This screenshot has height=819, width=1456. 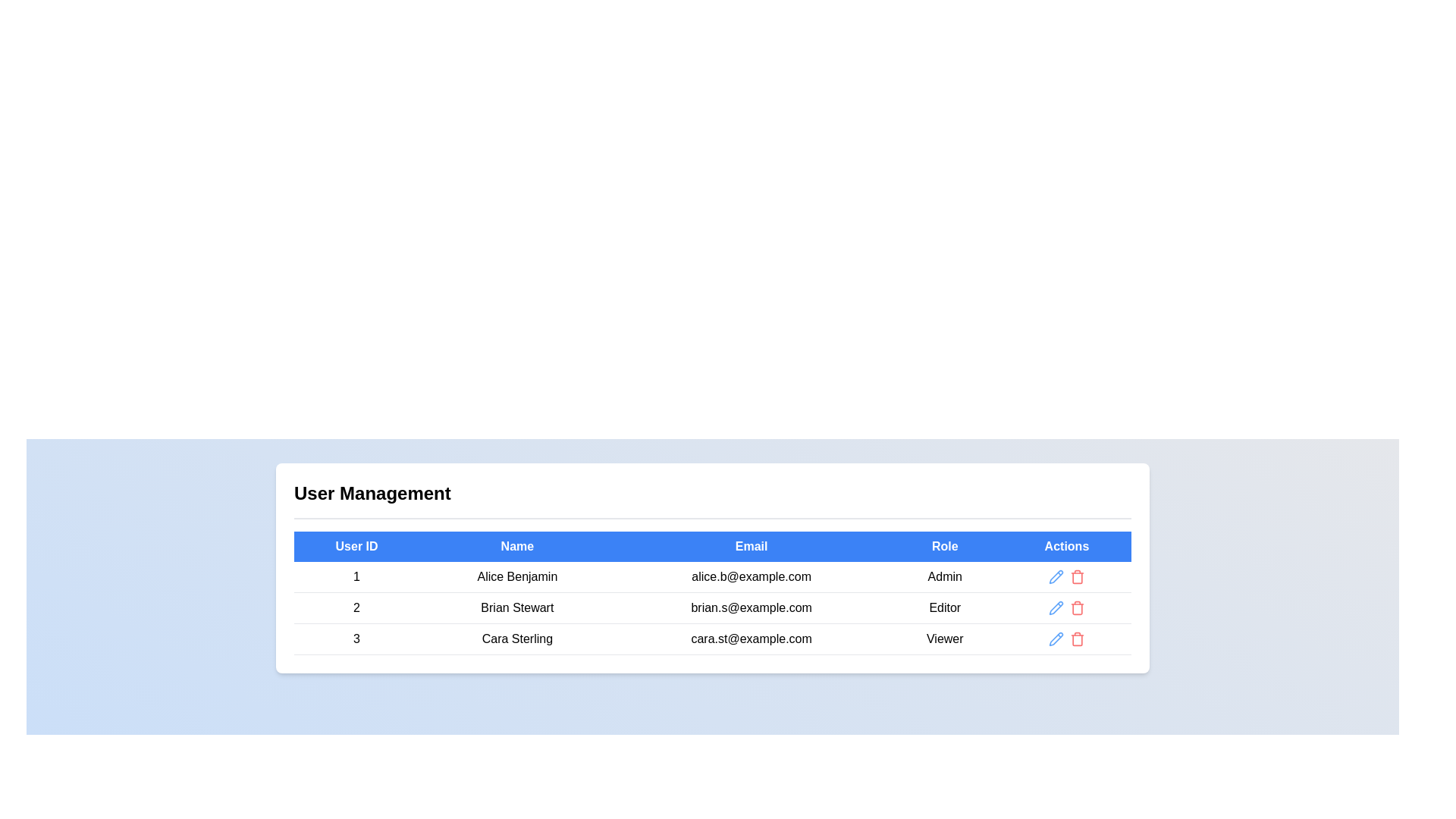 What do you see at coordinates (356, 639) in the screenshot?
I see `the Text label representing the User ID in the third row of the User Management table, located in the first column, immediately to the left of 'Cara Sterling'` at bounding box center [356, 639].